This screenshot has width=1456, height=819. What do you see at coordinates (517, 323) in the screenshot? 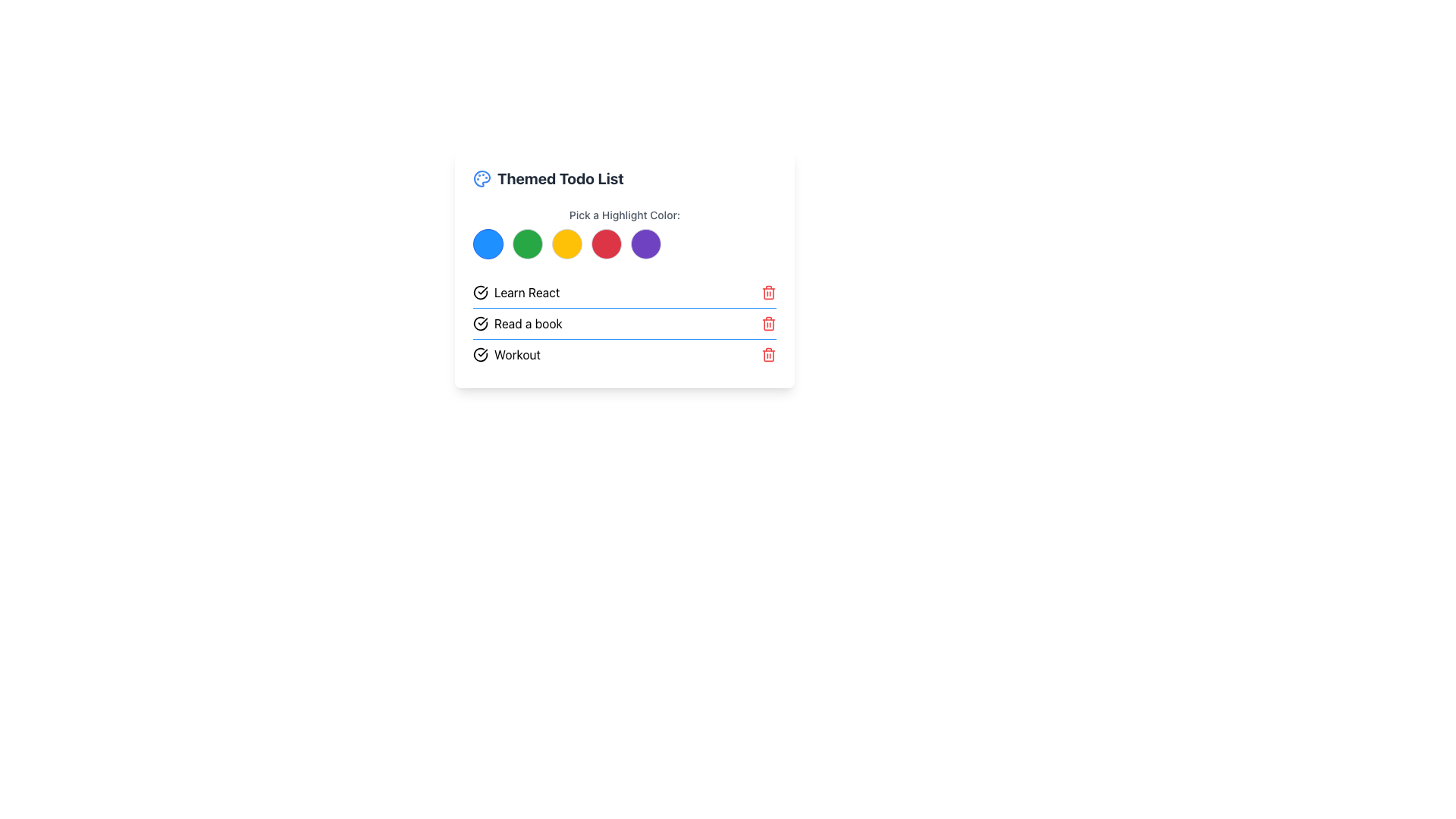
I see `the second list item labeled 'Read a book' with a checkmark icon in the 'Themed Todo List' section` at bounding box center [517, 323].